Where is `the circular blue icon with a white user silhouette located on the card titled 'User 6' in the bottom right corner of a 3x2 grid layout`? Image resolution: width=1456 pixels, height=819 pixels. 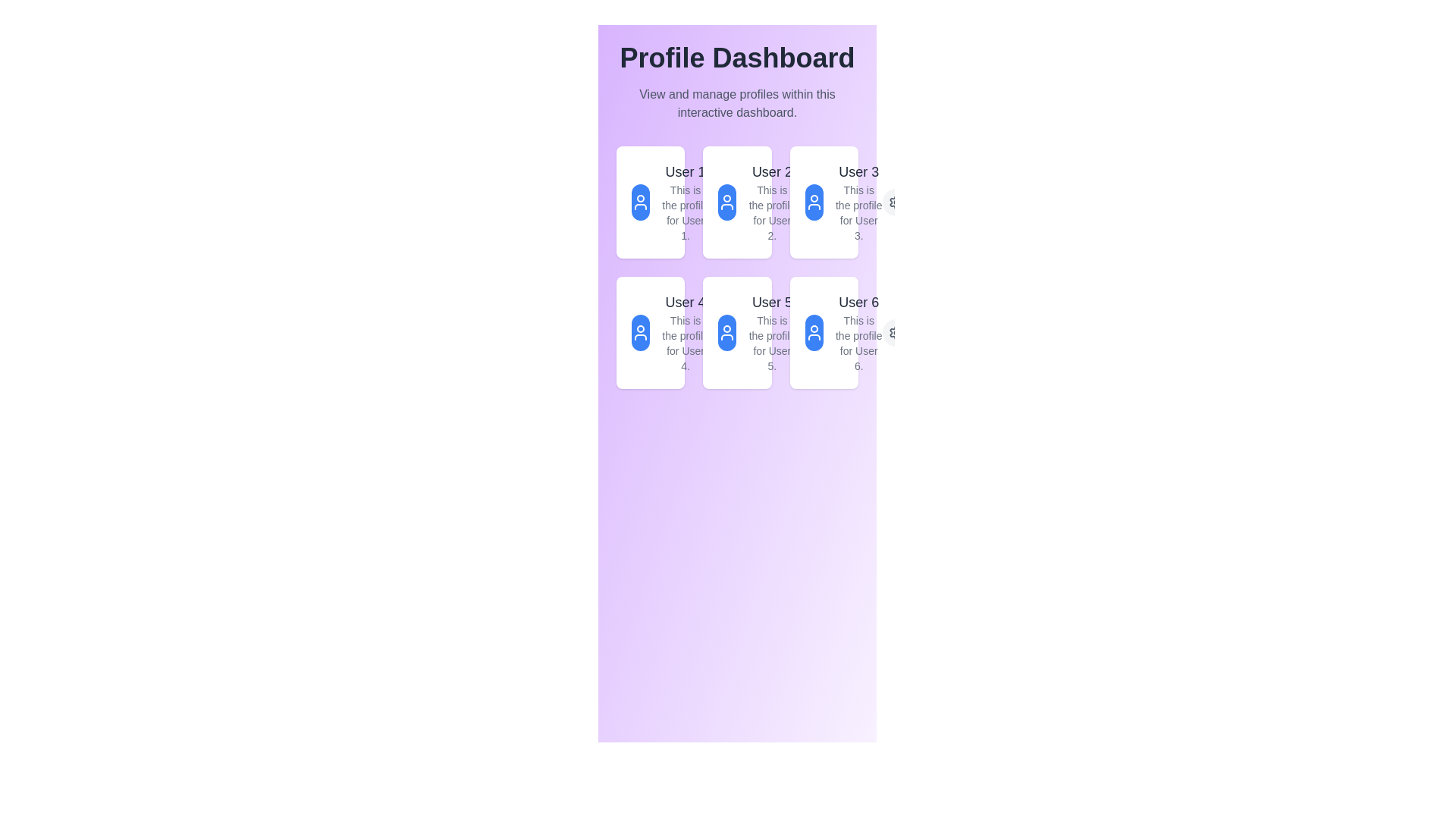 the circular blue icon with a white user silhouette located on the card titled 'User 6' in the bottom right corner of a 3x2 grid layout is located at coordinates (823, 332).